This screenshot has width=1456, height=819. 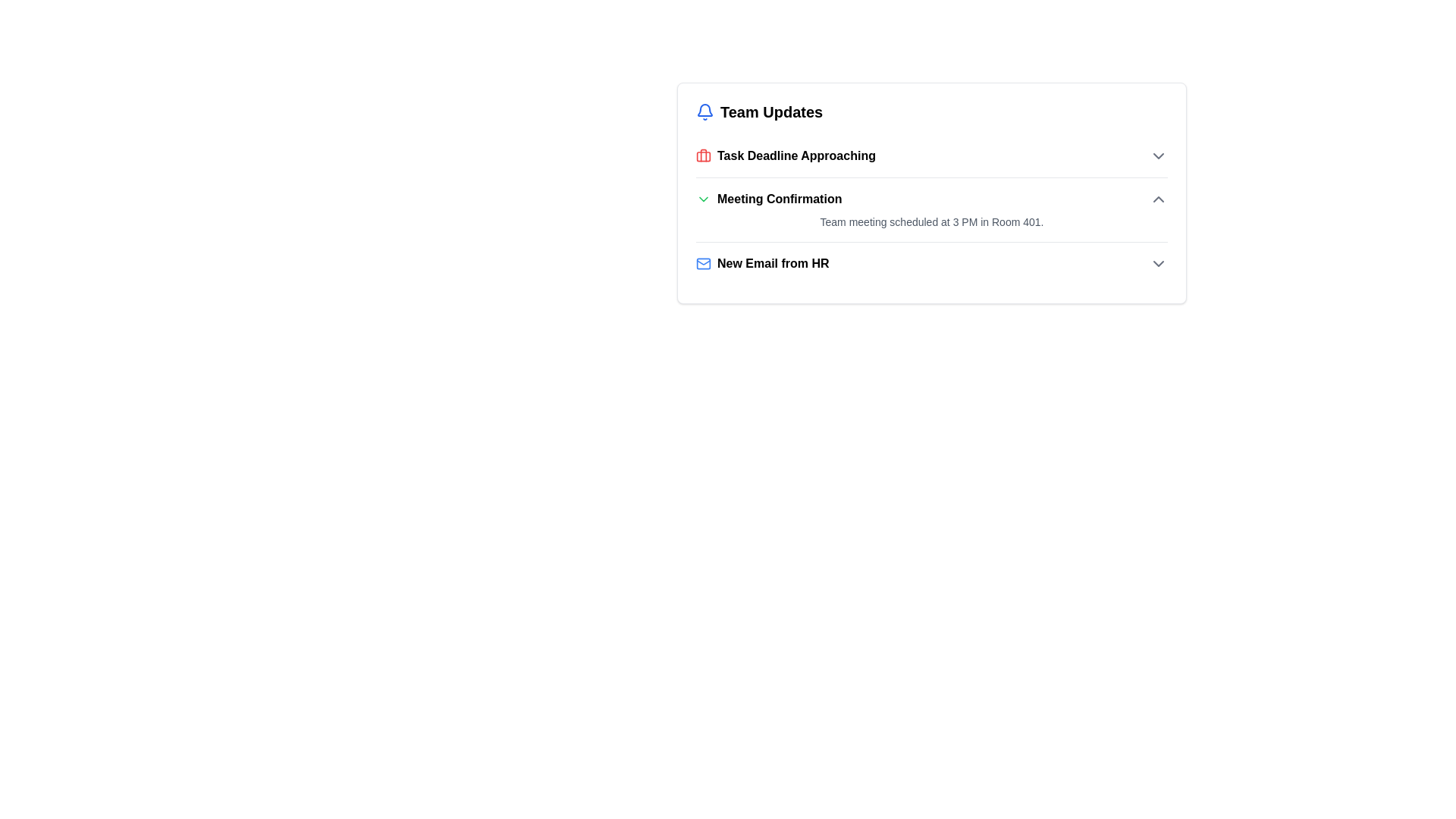 What do you see at coordinates (702, 155) in the screenshot?
I see `the red-colored briefcase icon located to the left of the text 'Task Deadline Approaching'` at bounding box center [702, 155].